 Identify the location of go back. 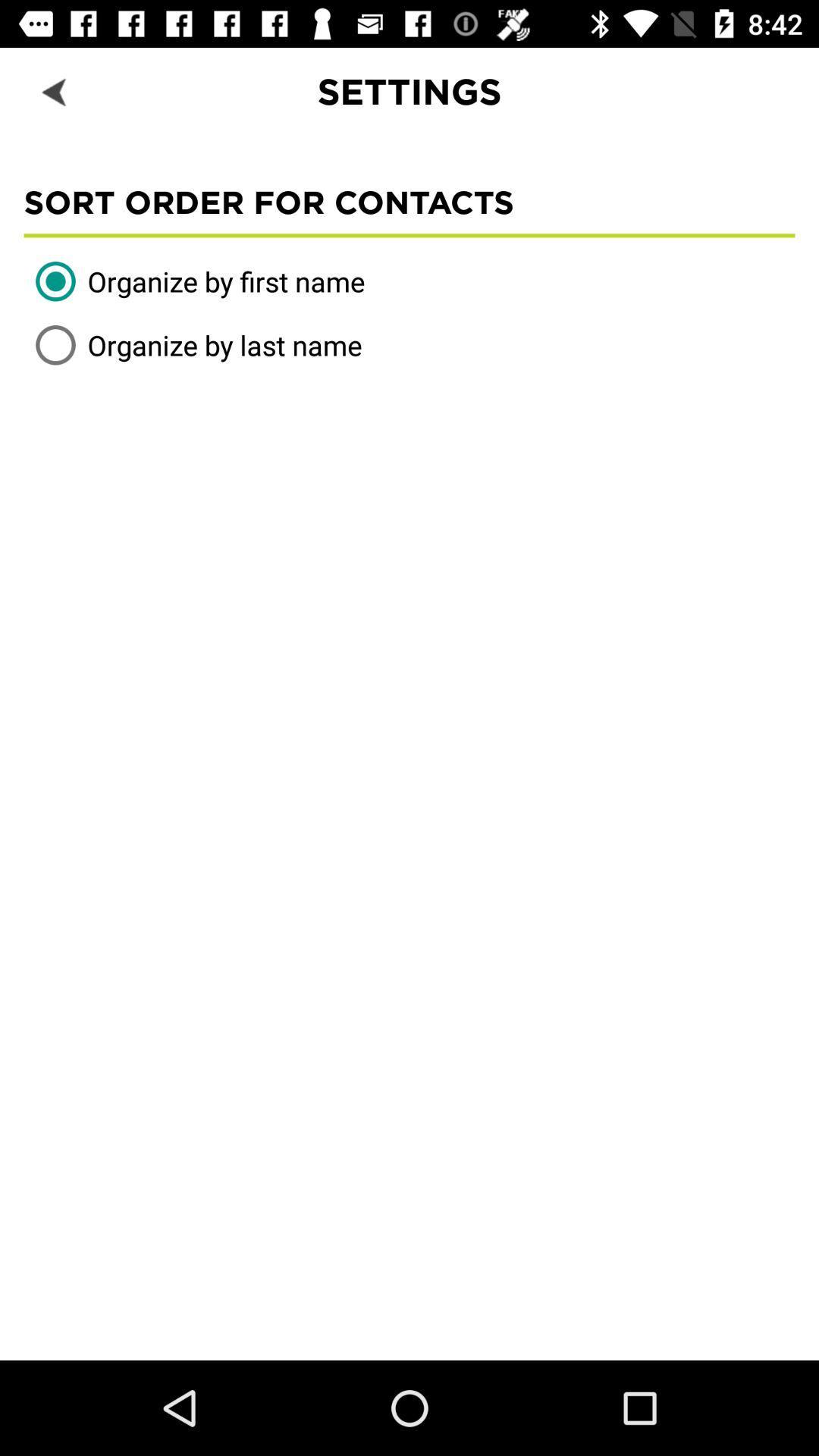
(55, 90).